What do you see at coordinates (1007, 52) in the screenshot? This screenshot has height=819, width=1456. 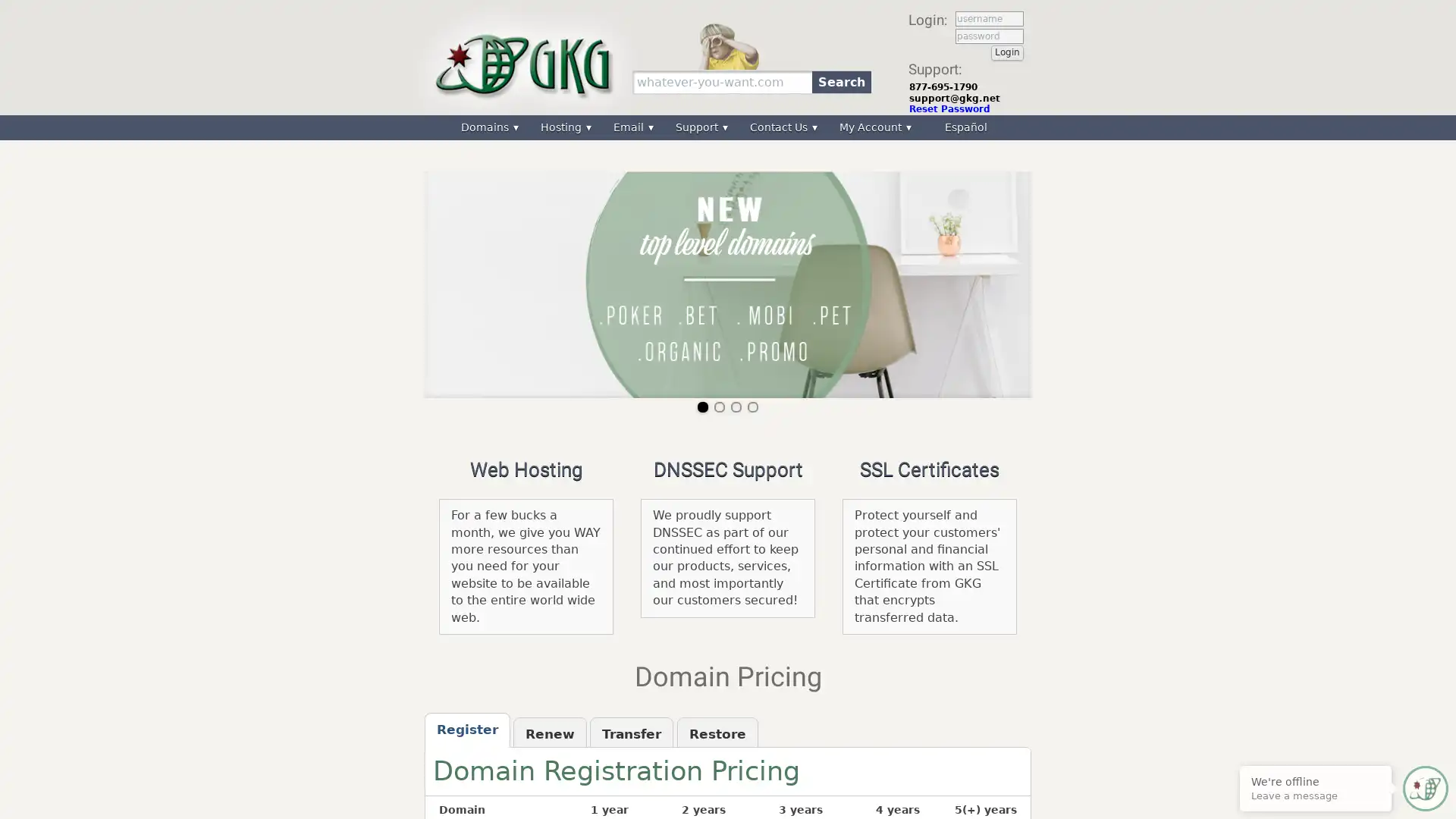 I see `Login` at bounding box center [1007, 52].